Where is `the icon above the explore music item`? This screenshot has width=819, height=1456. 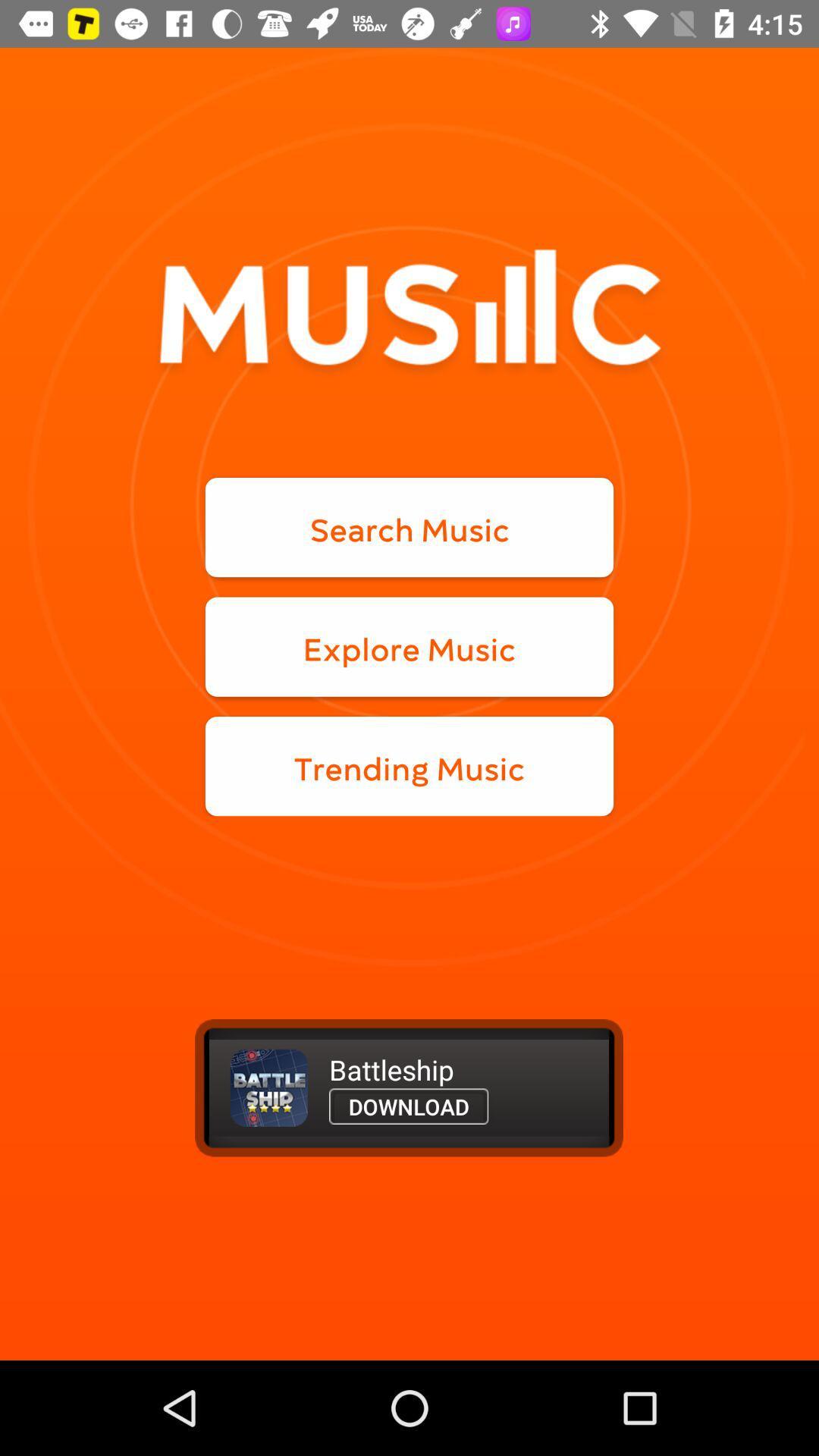 the icon above the explore music item is located at coordinates (409, 527).